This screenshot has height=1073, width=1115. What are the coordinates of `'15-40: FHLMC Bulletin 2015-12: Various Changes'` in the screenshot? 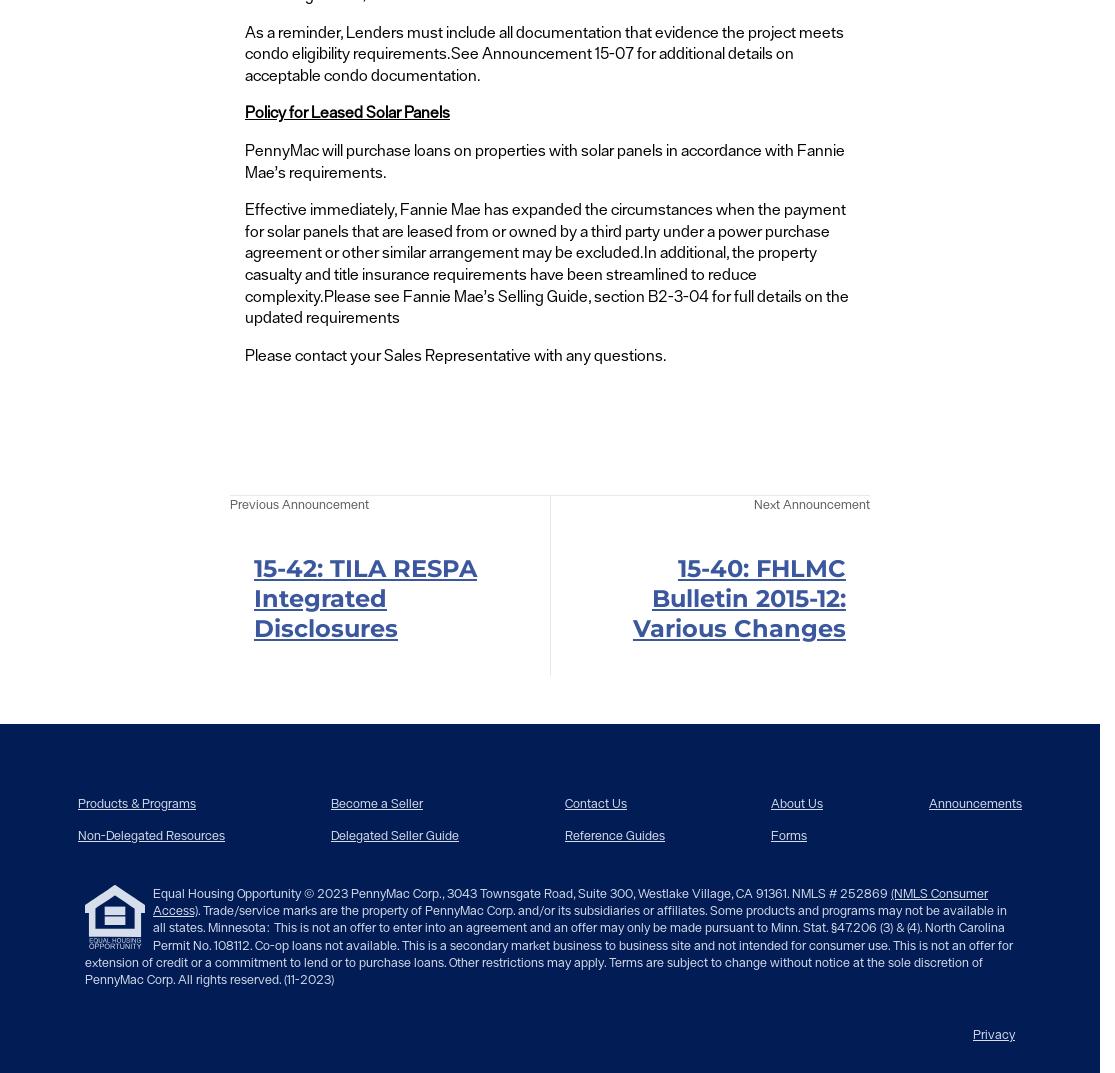 It's located at (738, 596).